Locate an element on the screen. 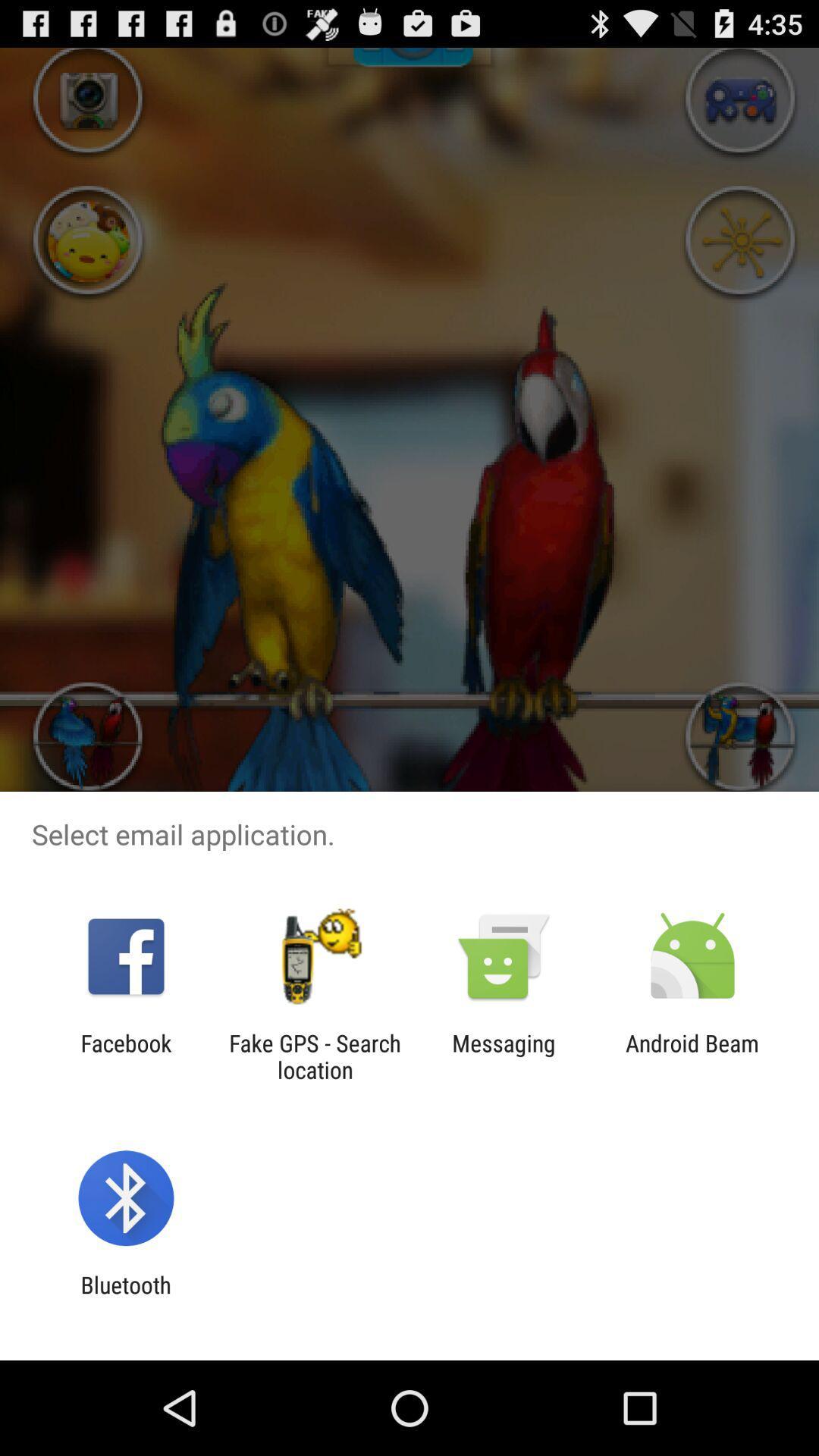 The image size is (819, 1456). app next to messaging item is located at coordinates (692, 1056).